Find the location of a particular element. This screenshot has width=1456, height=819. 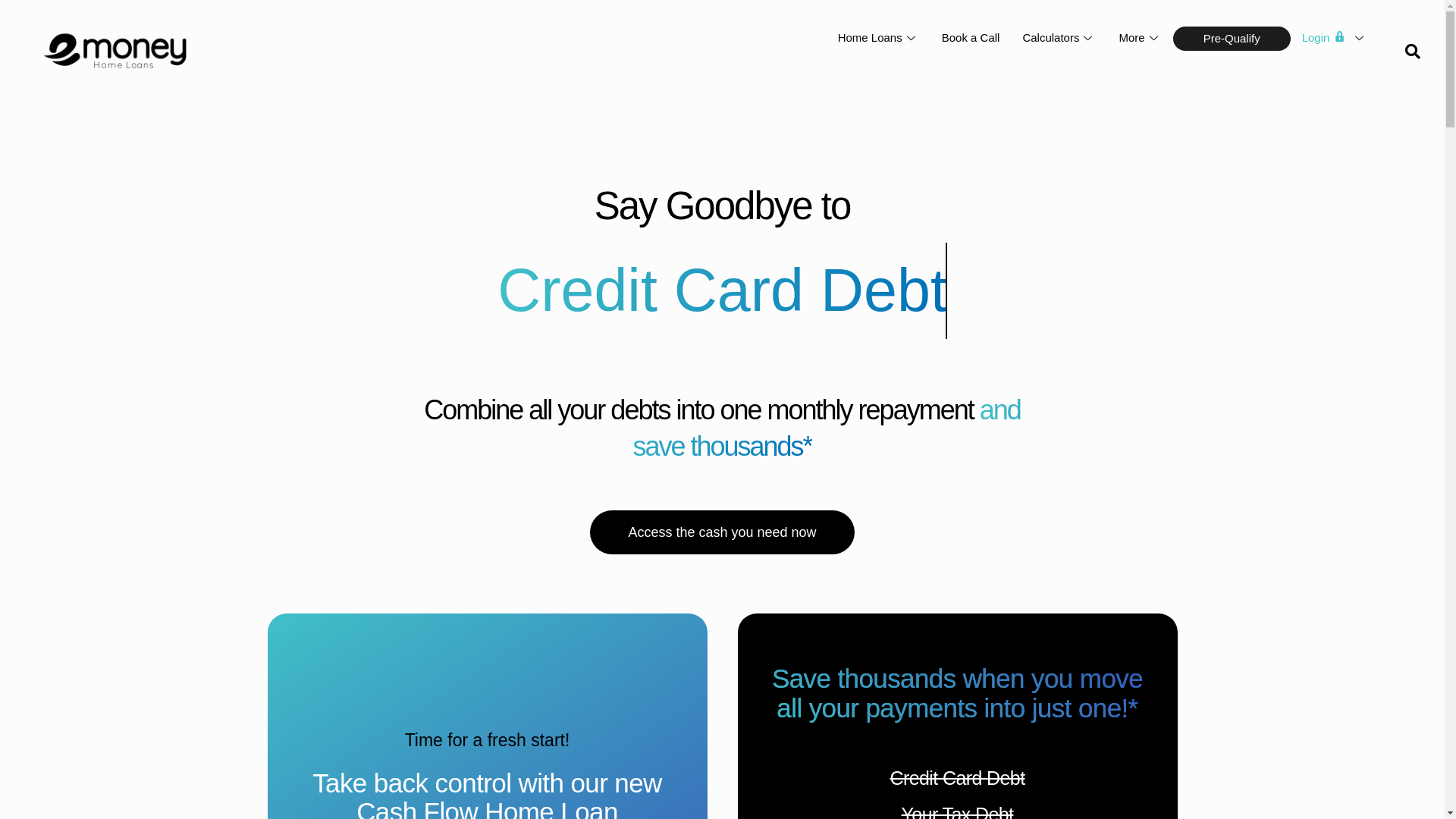

'Home Loans' is located at coordinates (878, 37).